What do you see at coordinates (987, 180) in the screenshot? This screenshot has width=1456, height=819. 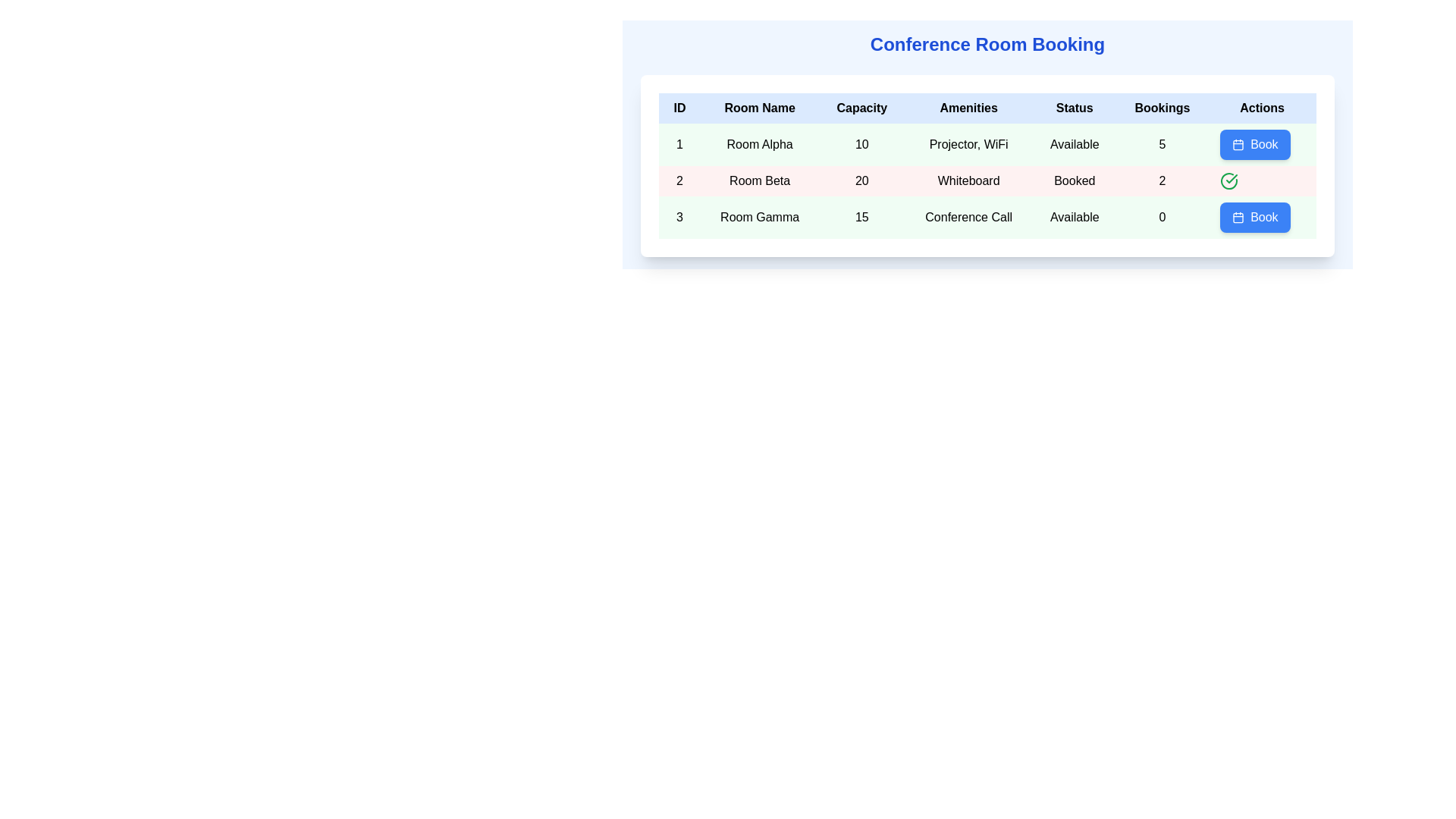 I see `the second row in the table under the header 'Conference Room Booking' that displays details about 'Room Beta', which includes '2', 'Room Beta', '20', 'Whiteboard', 'Booked', '2', and a green checkmark icon` at bounding box center [987, 180].